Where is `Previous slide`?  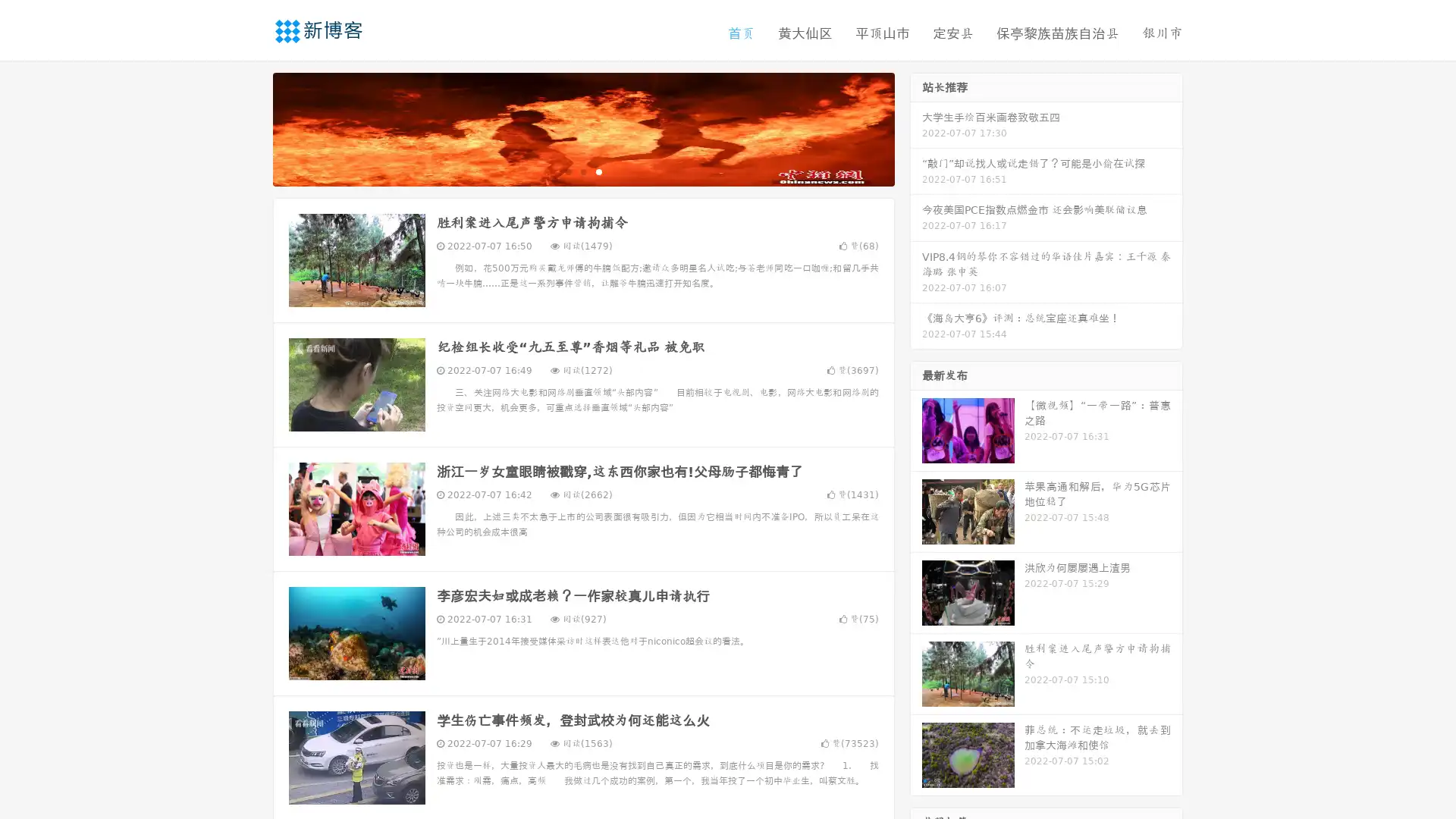 Previous slide is located at coordinates (250, 127).